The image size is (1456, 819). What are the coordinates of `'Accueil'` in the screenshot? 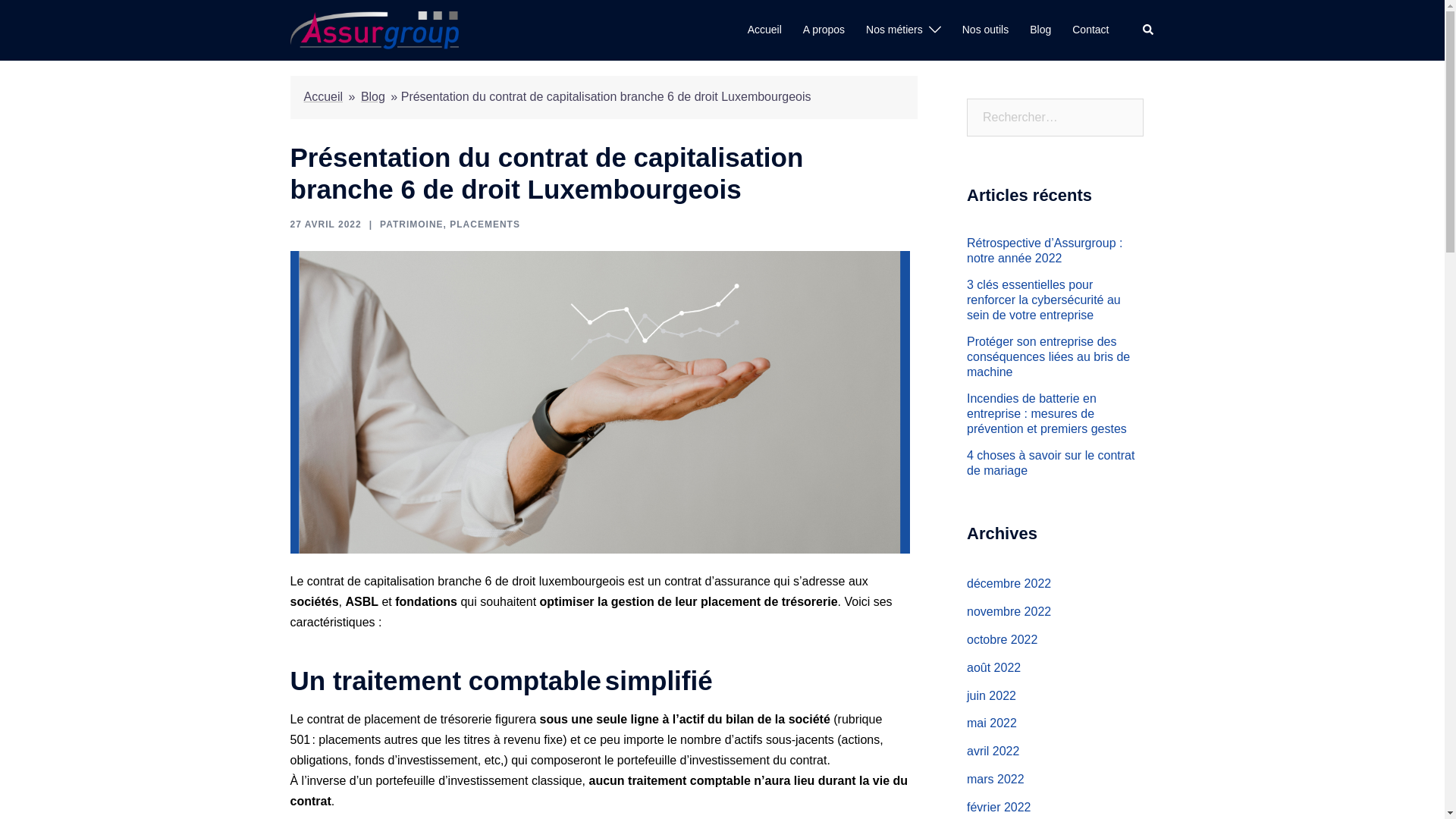 It's located at (764, 30).